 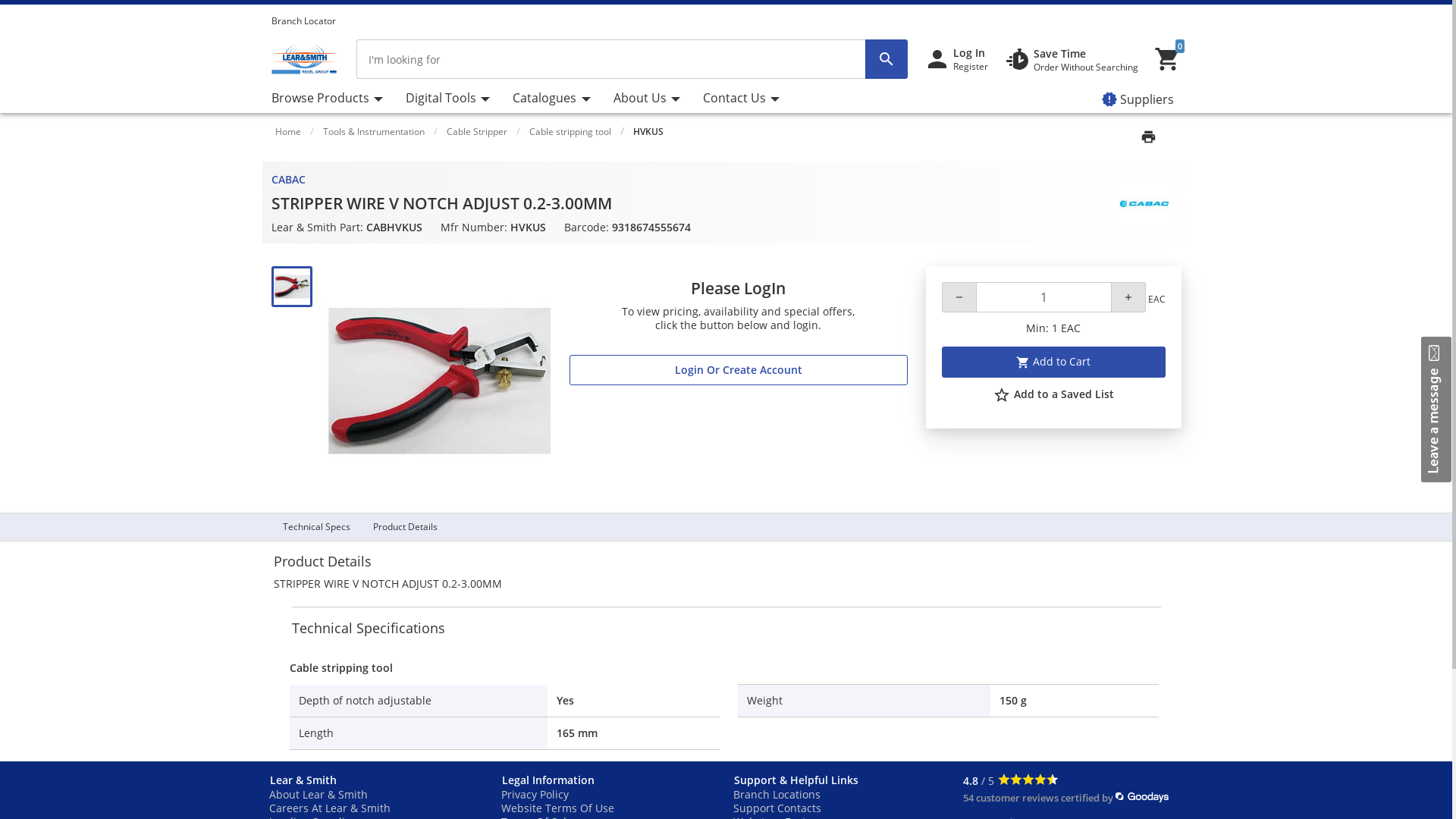 I want to click on 'Technical Specs', so click(x=315, y=526).